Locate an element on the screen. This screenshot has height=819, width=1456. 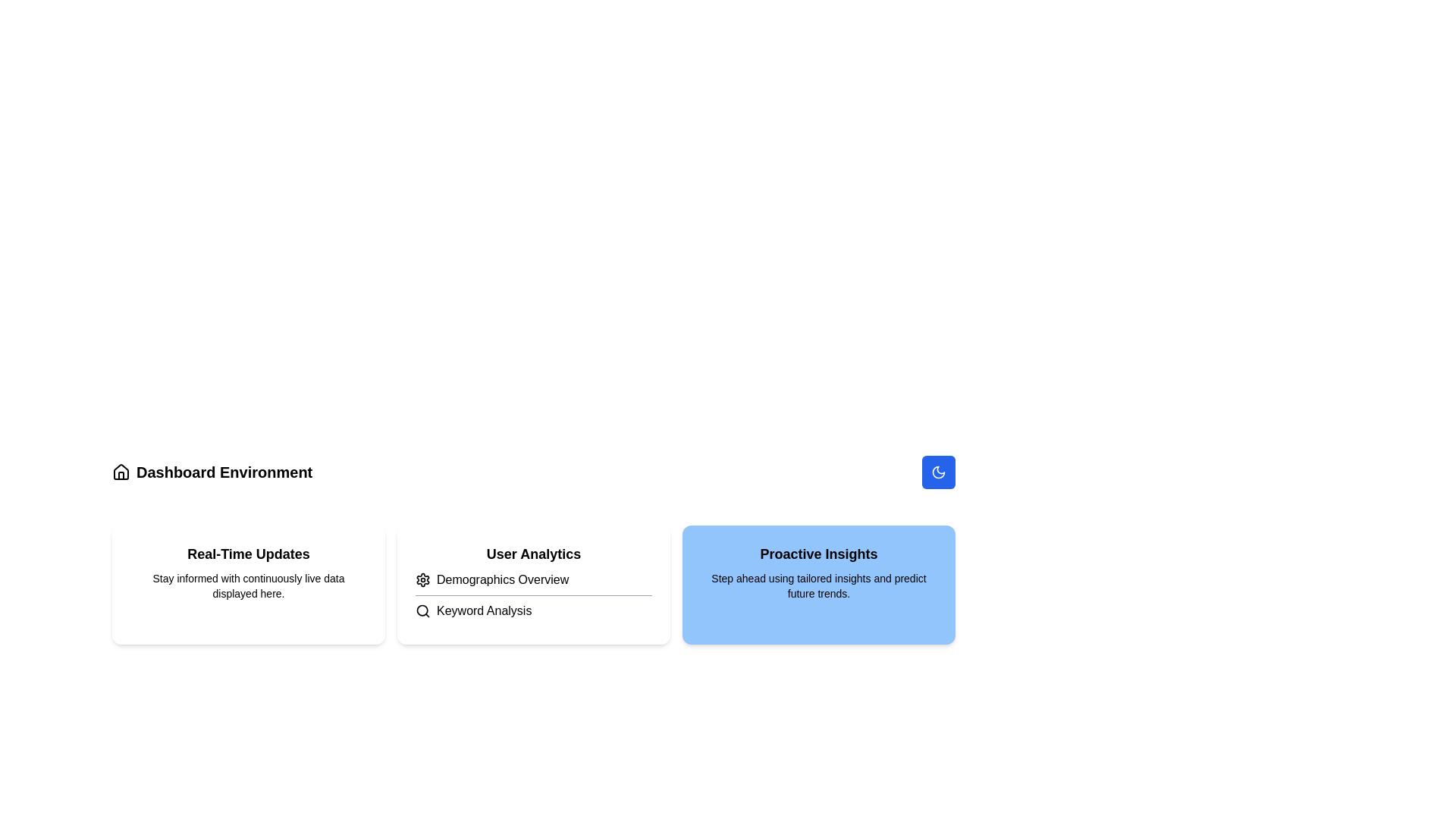
the circular Icon component within the magnifying glass SVG illustration, which is designed to indicate a search function is located at coordinates (422, 610).